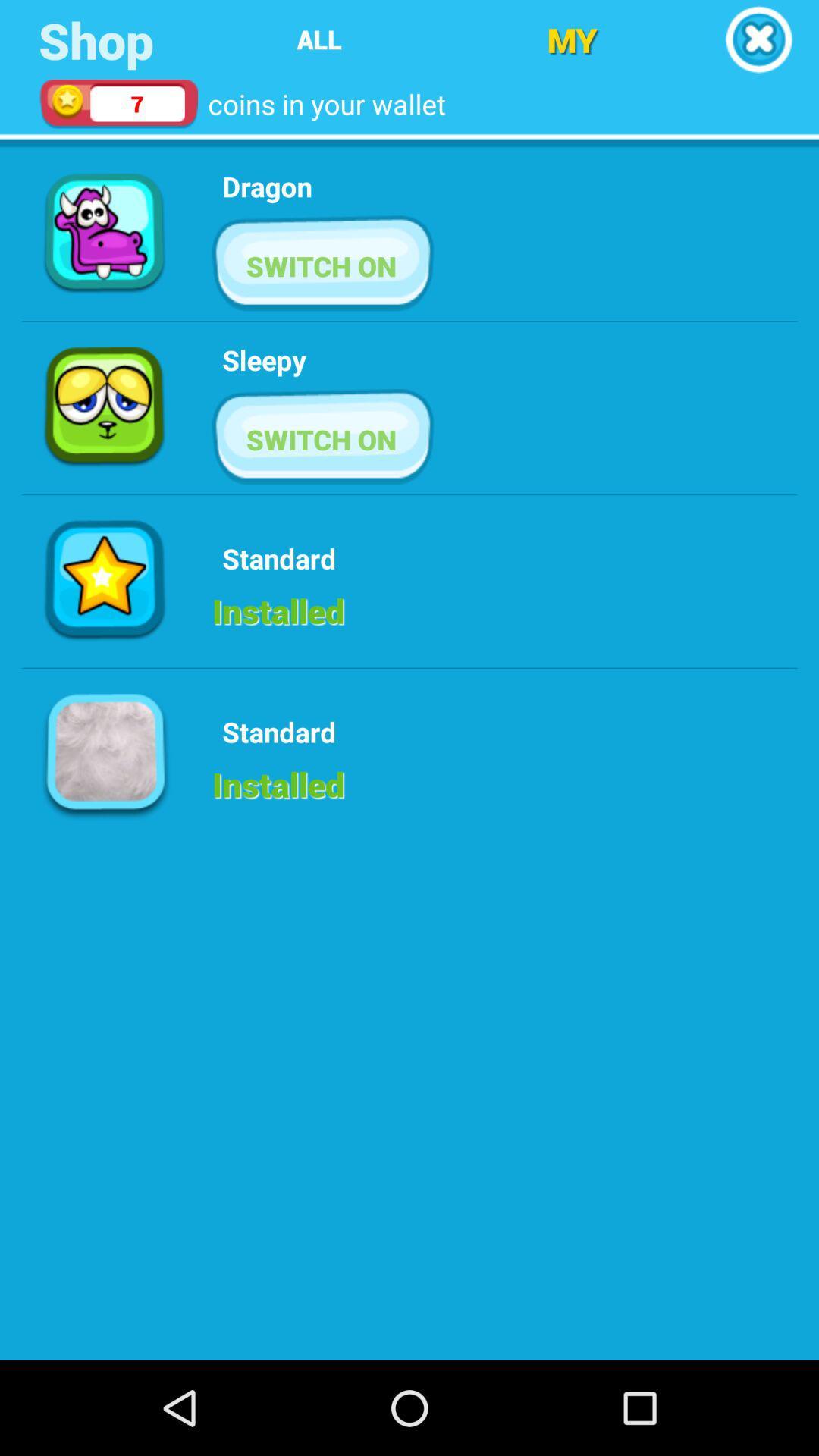 The height and width of the screenshot is (1456, 819). Describe the element at coordinates (318, 39) in the screenshot. I see `icon to the right of the 7` at that location.